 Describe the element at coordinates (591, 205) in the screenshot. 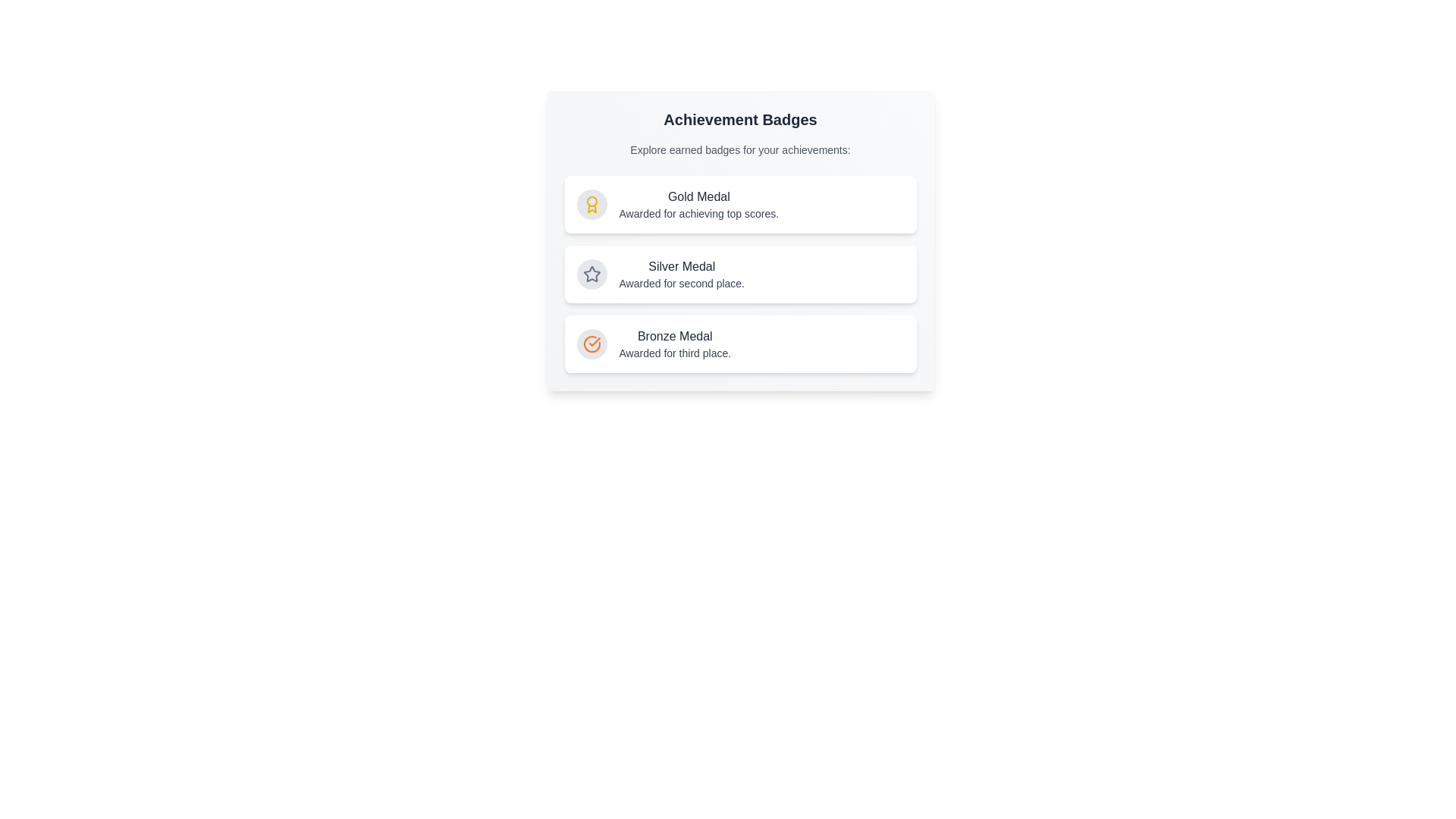

I see `the gold medal icon, which represents the highest achievement and is located to the left of the 'Gold Medal' text in the first item of a vertical list of achievement badges` at that location.